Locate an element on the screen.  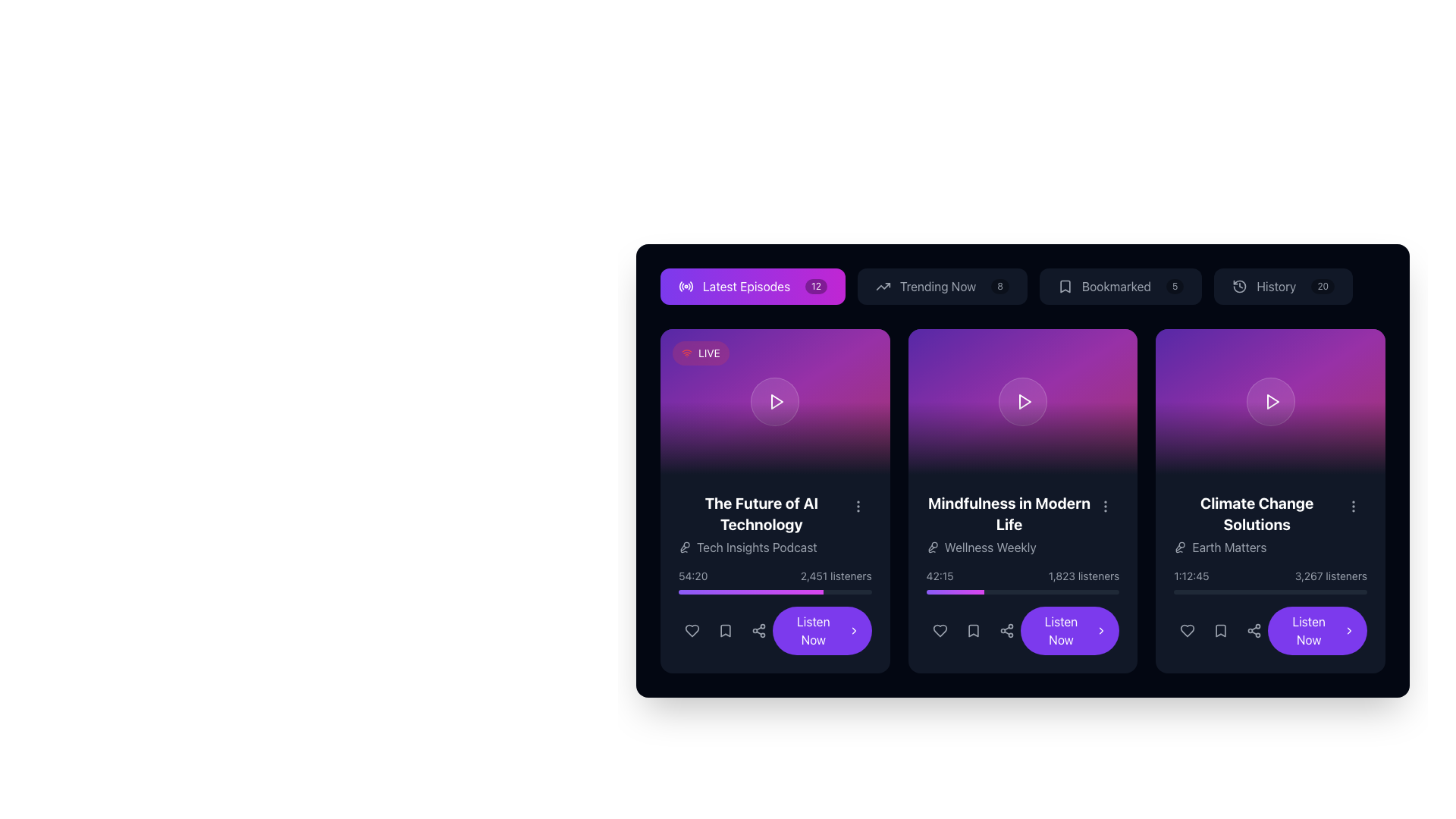
the button with three vertically aligned dots located at the top-right of the card titled 'The Future of AI Technology' is located at coordinates (858, 506).